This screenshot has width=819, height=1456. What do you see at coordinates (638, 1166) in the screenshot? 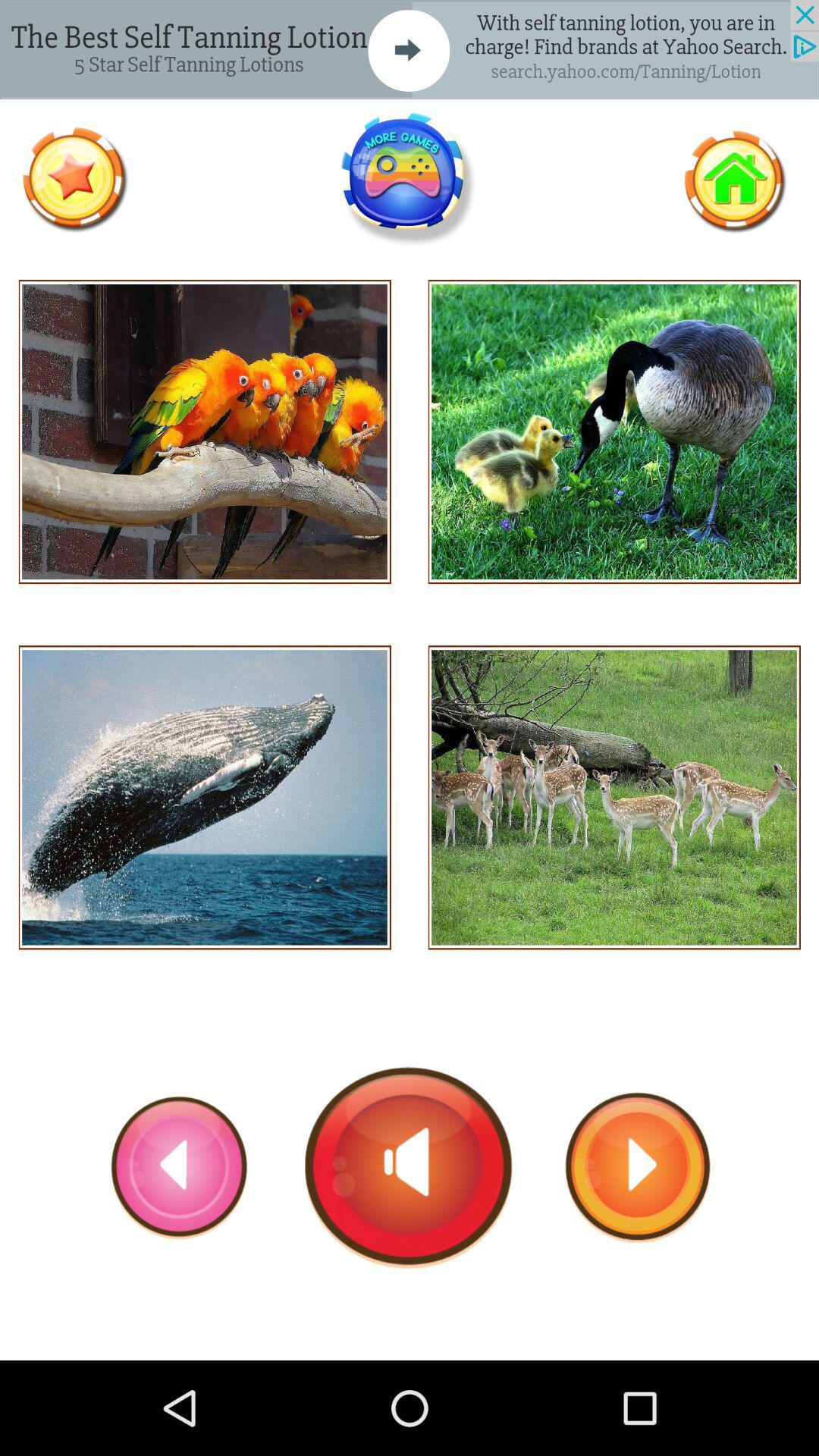
I see `next page` at bounding box center [638, 1166].